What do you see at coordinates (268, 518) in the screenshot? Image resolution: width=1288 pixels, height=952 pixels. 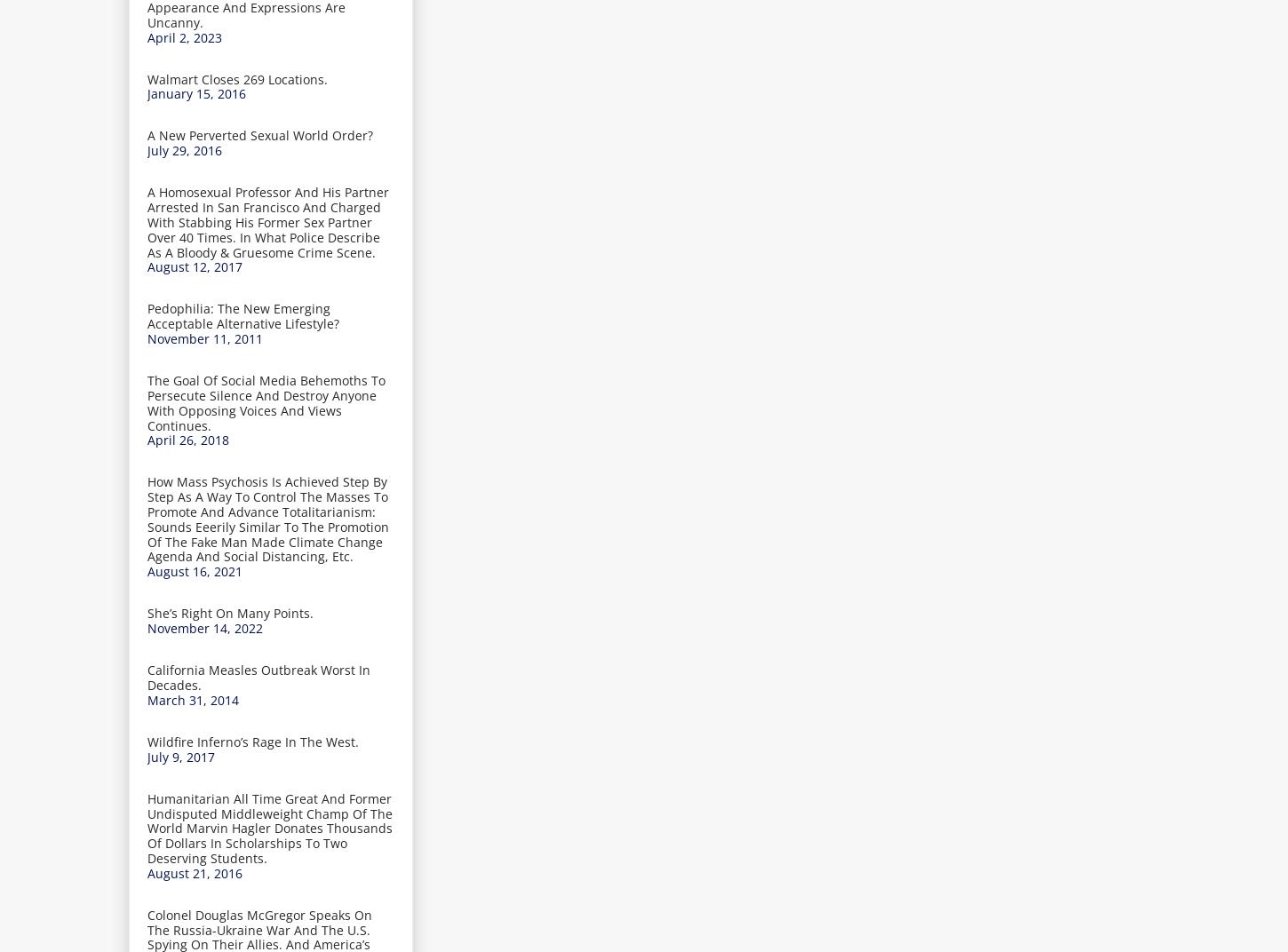 I see `'How Mass Psychosis Is Achieved Step By Step As A Way To Control The Masses To Promote And Advance Totalitarianism: Sounds Eeerily Similar To The Promotion Of The Fake Man Made Climate Change Agenda And Social Distancing, Etc.'` at bounding box center [268, 518].